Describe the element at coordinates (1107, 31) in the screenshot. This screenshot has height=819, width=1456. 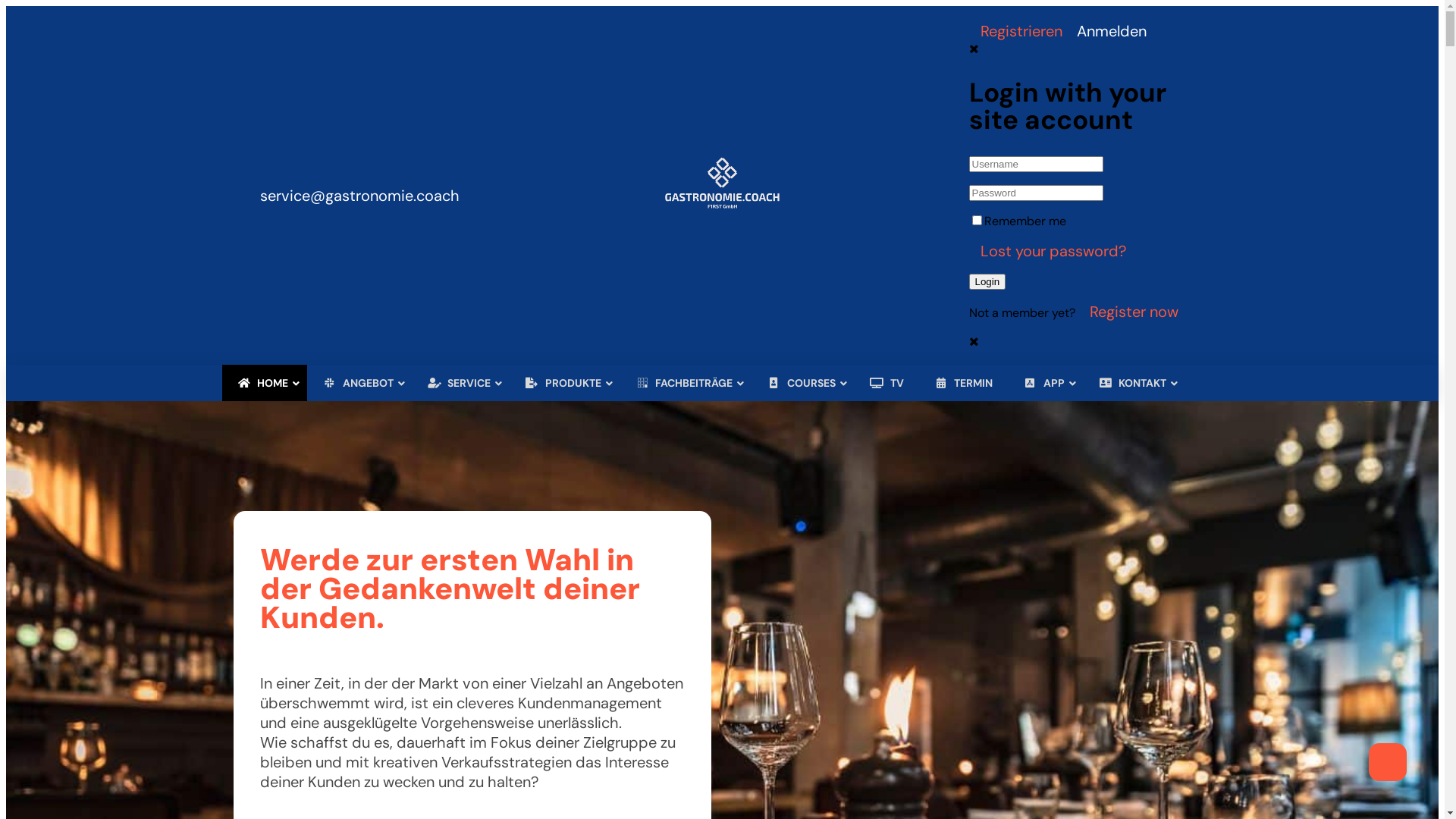
I see `'Anmelden'` at that location.